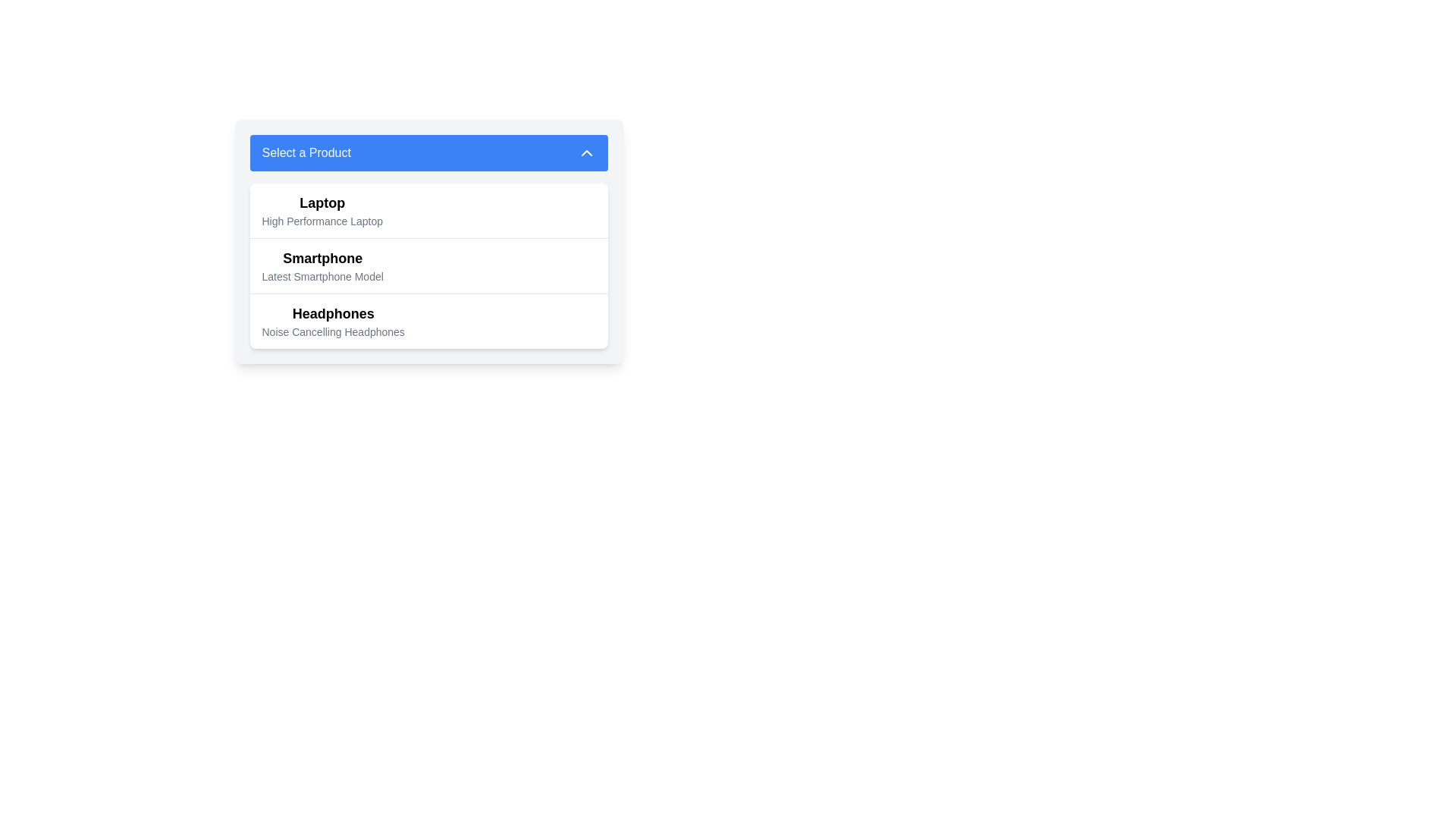 The width and height of the screenshot is (1456, 819). Describe the element at coordinates (332, 331) in the screenshot. I see `the static text label 'Noise Cancelling Headphones' located in the dropdown menu under the category 'Headphones'` at that location.